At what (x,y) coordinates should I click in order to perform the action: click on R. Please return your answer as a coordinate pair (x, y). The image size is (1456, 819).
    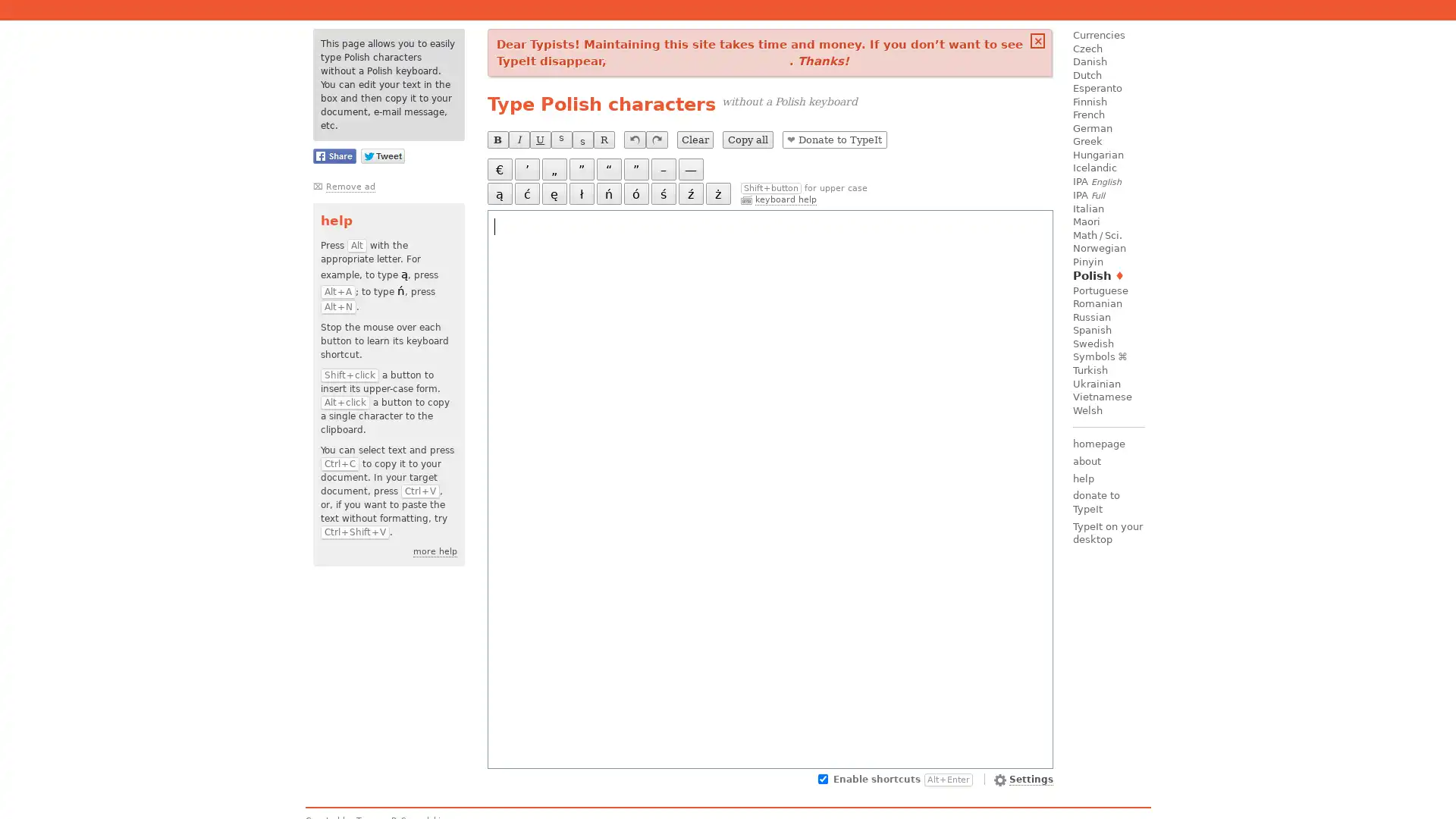
    Looking at the image, I should click on (603, 140).